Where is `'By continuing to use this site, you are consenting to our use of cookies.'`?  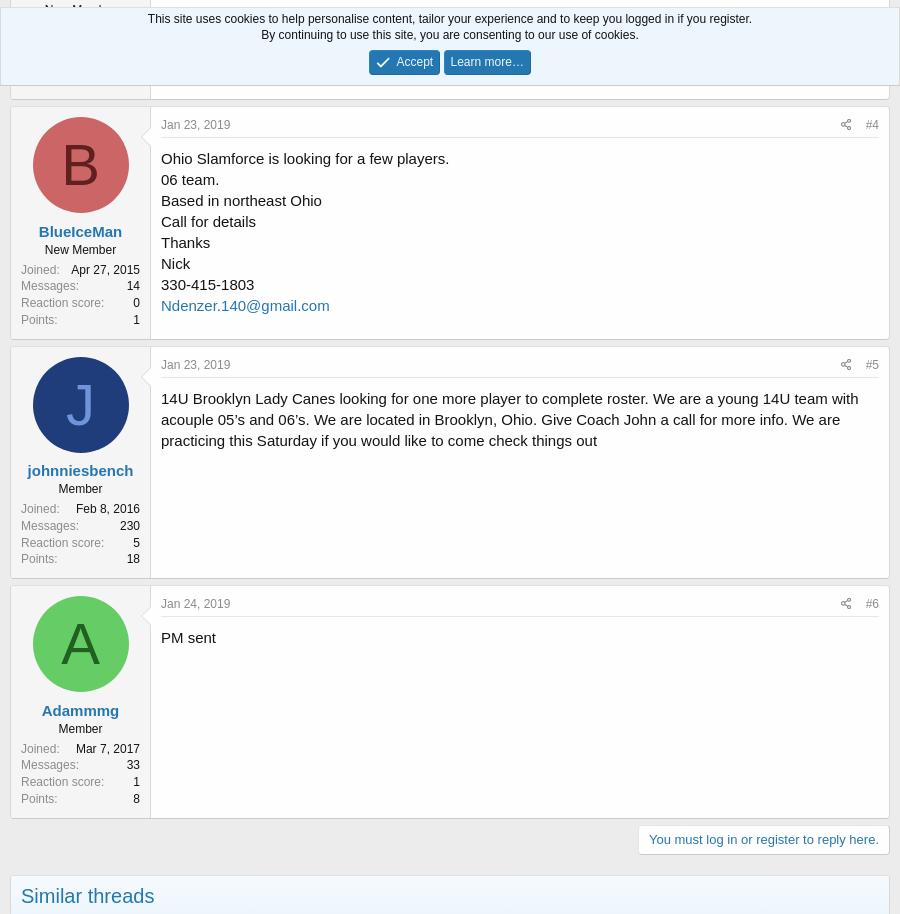
'By continuing to use this site, you are consenting to our use of cookies.' is located at coordinates (449, 35).